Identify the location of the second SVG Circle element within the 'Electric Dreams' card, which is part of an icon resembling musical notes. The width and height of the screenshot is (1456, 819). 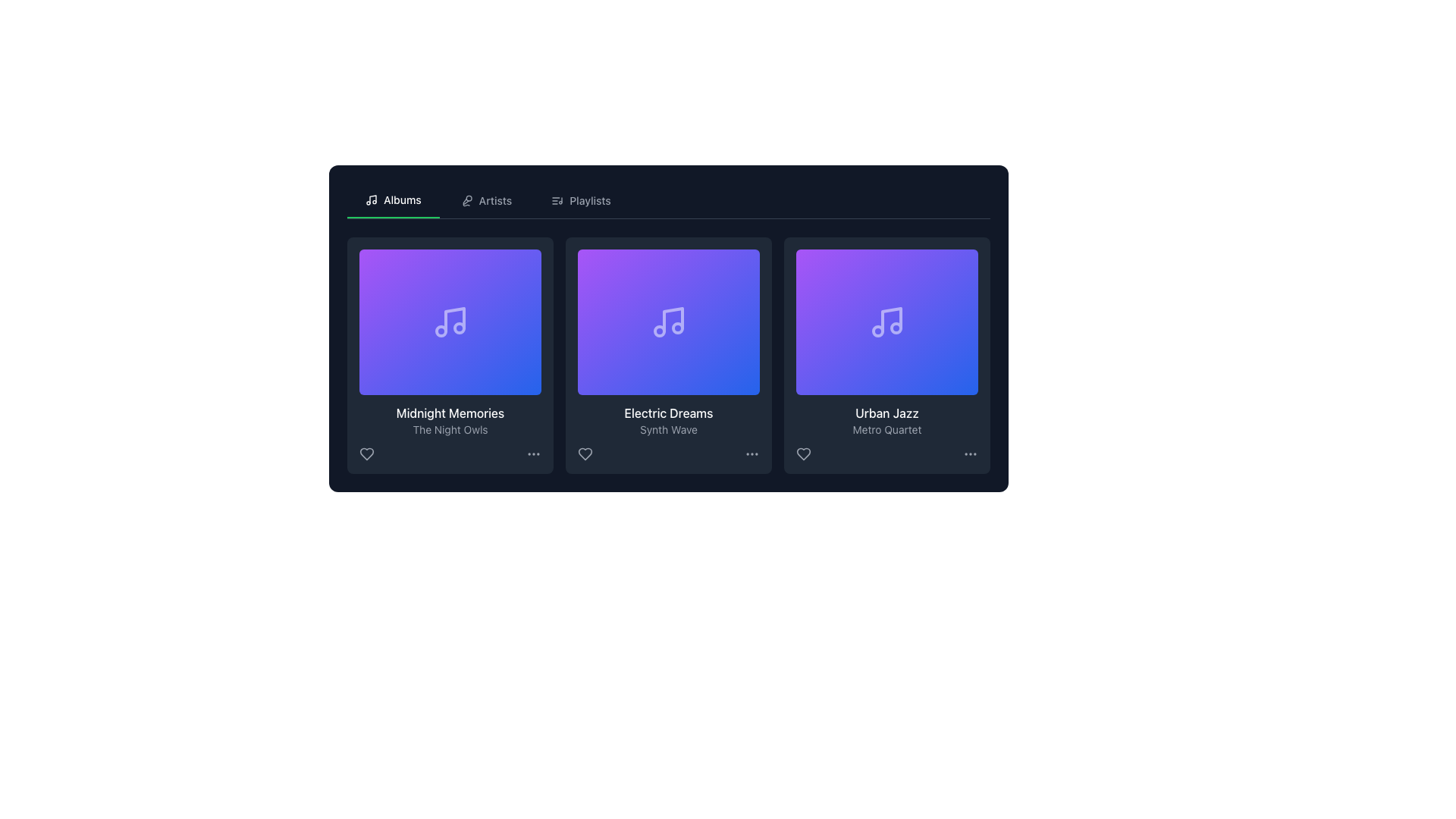
(676, 327).